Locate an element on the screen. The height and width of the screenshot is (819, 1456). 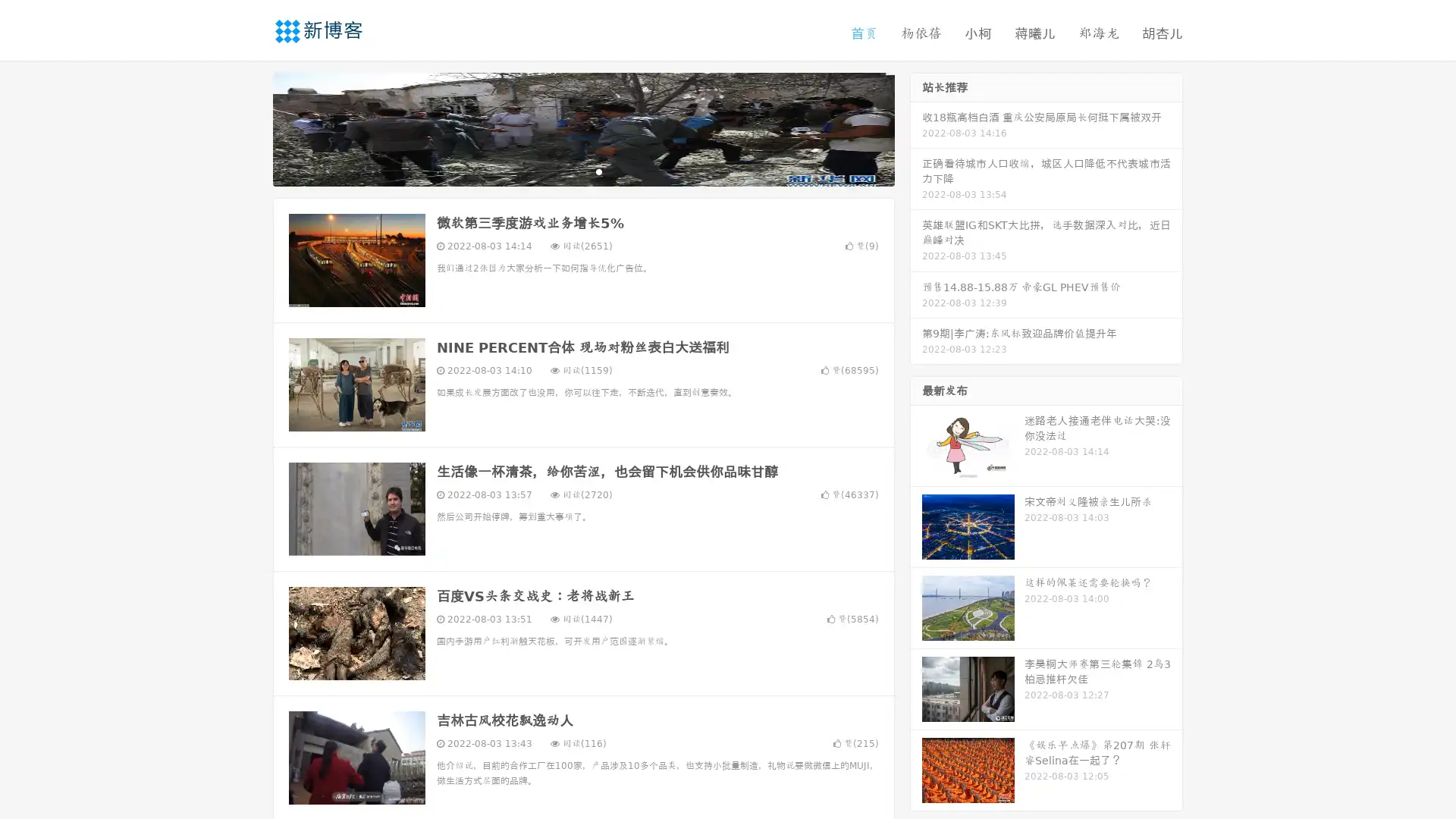
Next slide is located at coordinates (916, 127).